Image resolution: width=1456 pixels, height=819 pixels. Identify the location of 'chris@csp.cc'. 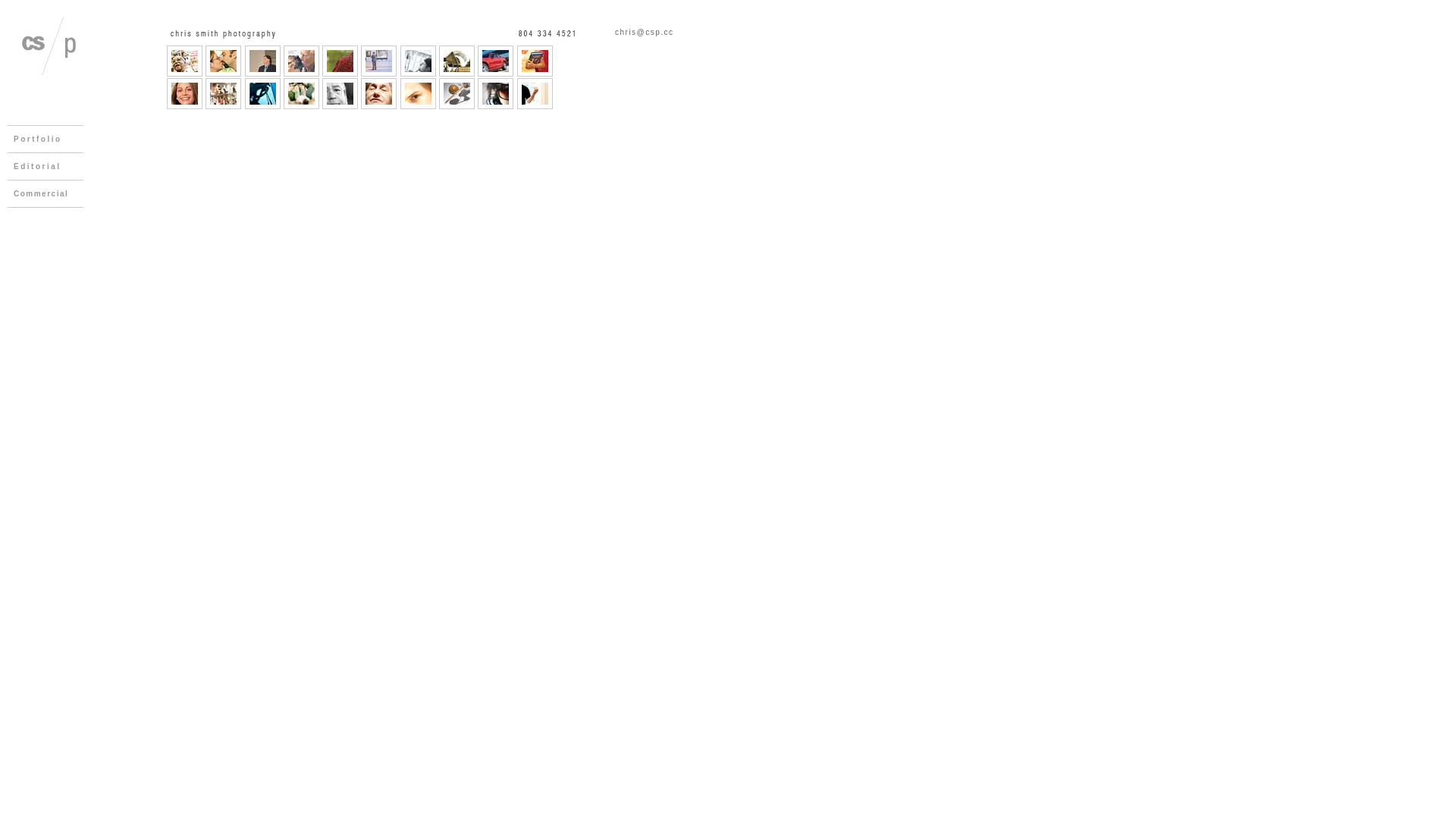
(644, 32).